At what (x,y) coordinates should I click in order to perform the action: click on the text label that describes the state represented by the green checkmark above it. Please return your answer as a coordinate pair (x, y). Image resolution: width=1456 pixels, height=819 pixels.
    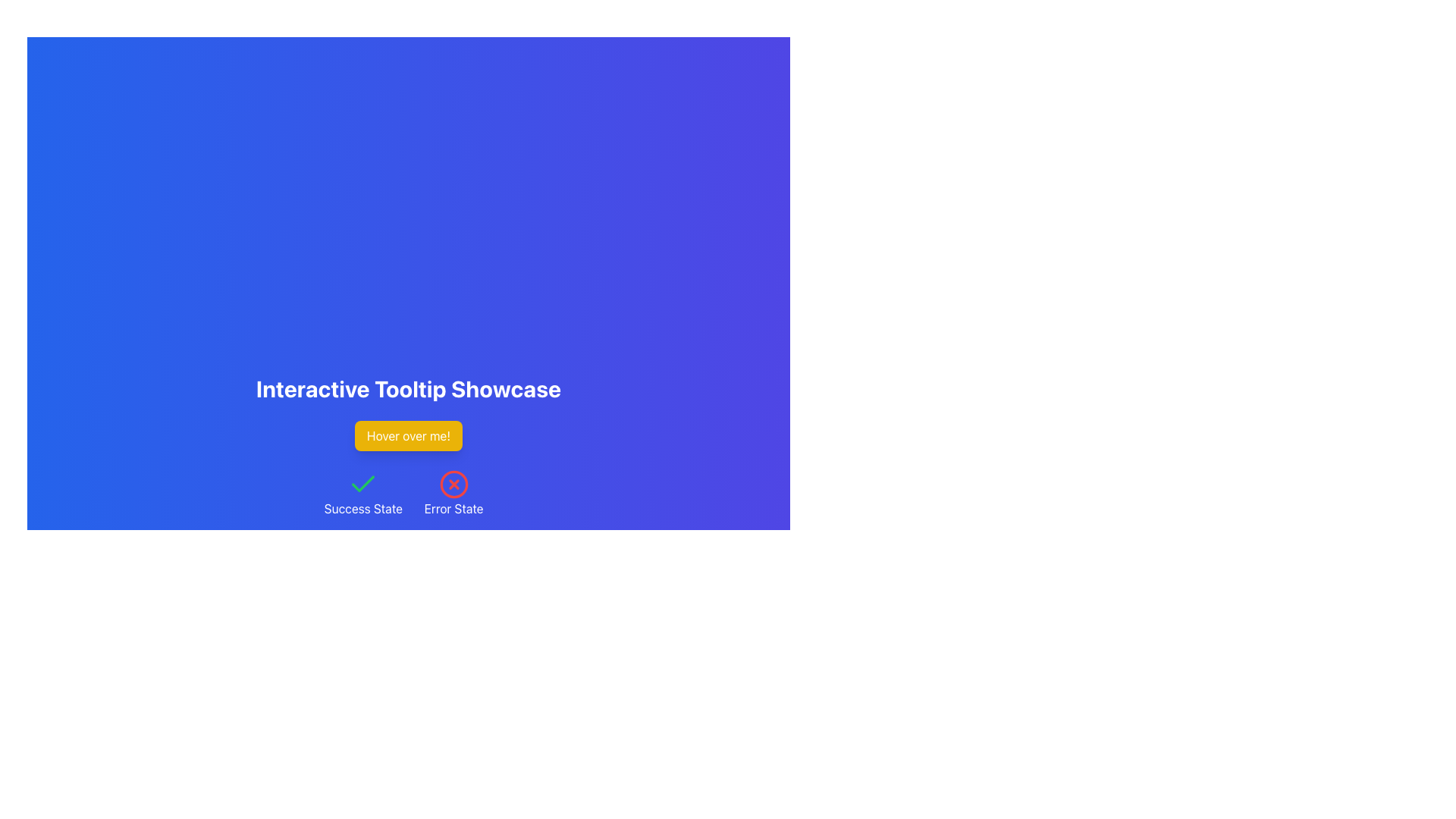
    Looking at the image, I should click on (362, 509).